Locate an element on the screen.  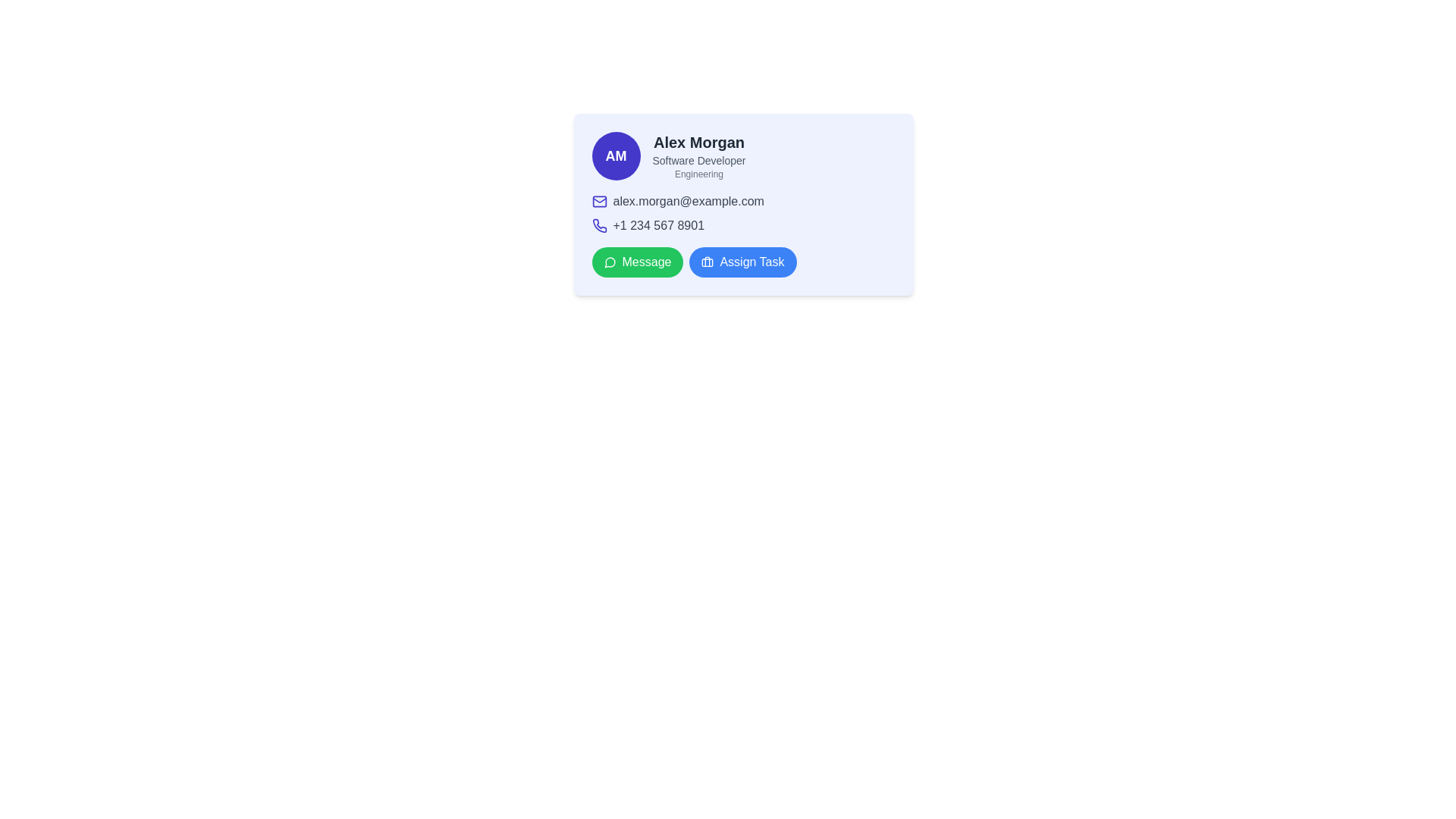
the Static Text Label displaying 'Software Developer', which is styled in a smaller gray font, positioned beneath 'Alex Morgan' and above 'Engineering' is located at coordinates (698, 161).